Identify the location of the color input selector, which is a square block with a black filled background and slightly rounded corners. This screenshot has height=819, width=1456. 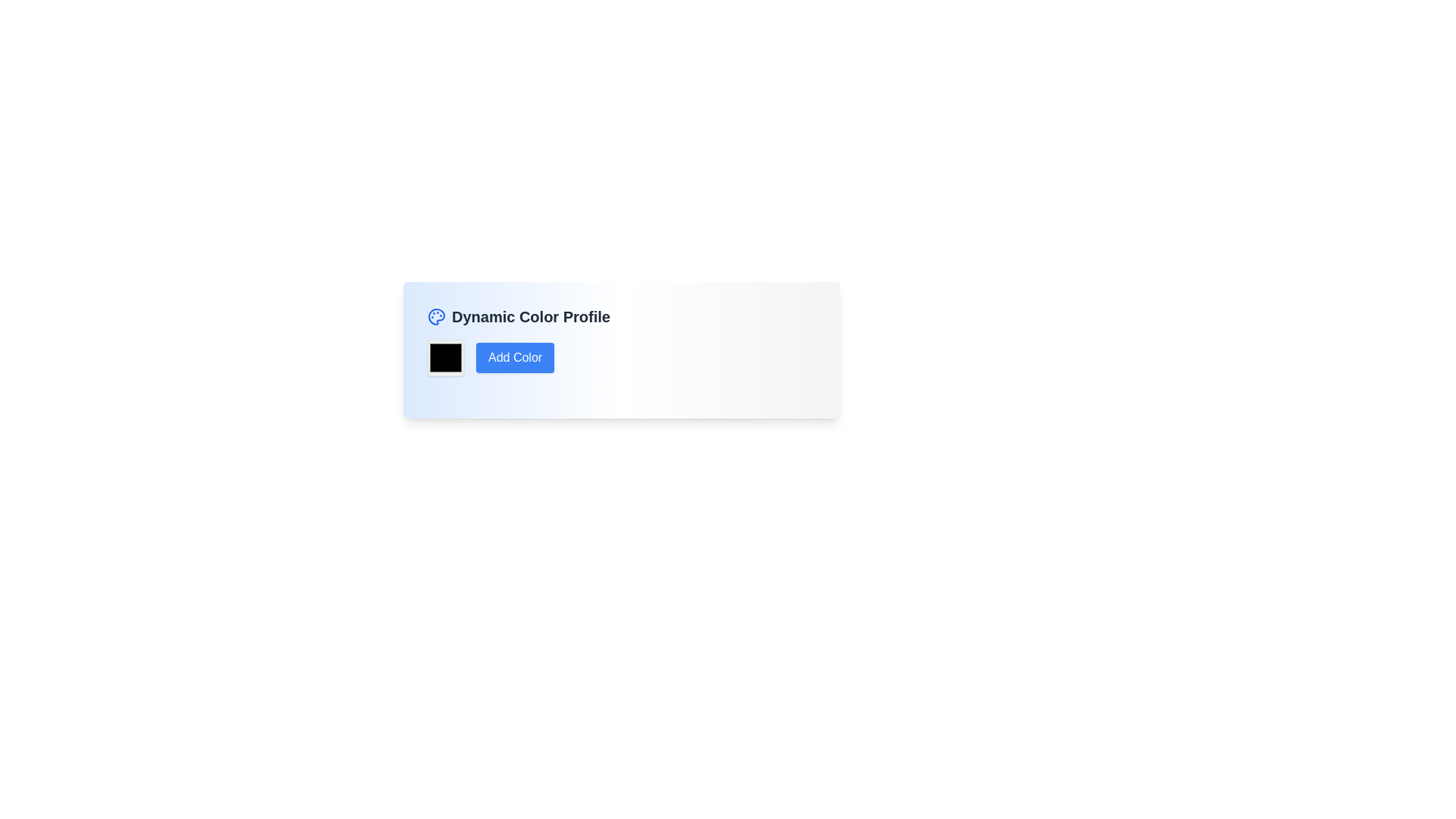
(445, 357).